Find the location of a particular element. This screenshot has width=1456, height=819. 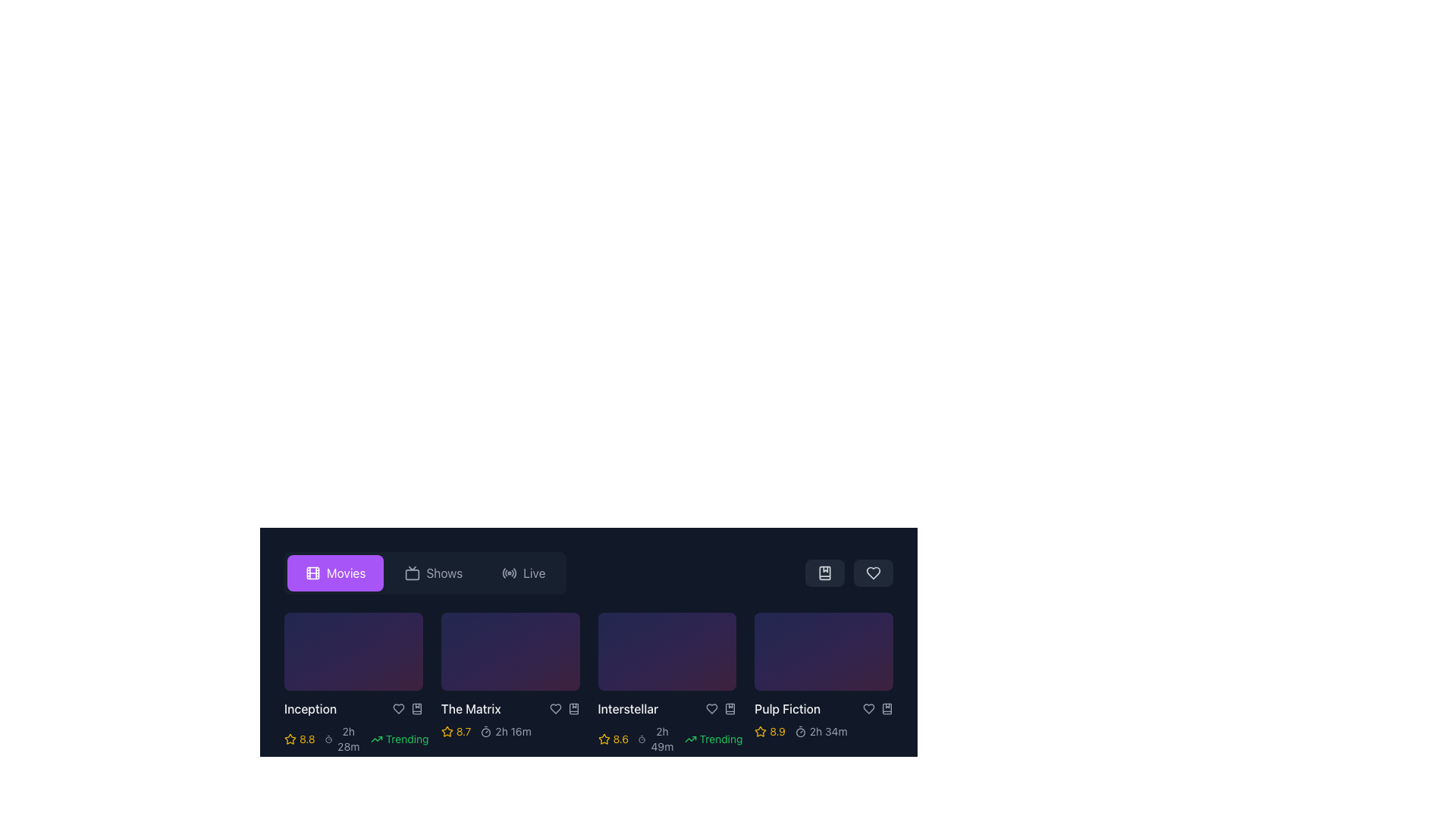

the film reel icon representing the 'Movies' category in the navigation bar is located at coordinates (312, 573).